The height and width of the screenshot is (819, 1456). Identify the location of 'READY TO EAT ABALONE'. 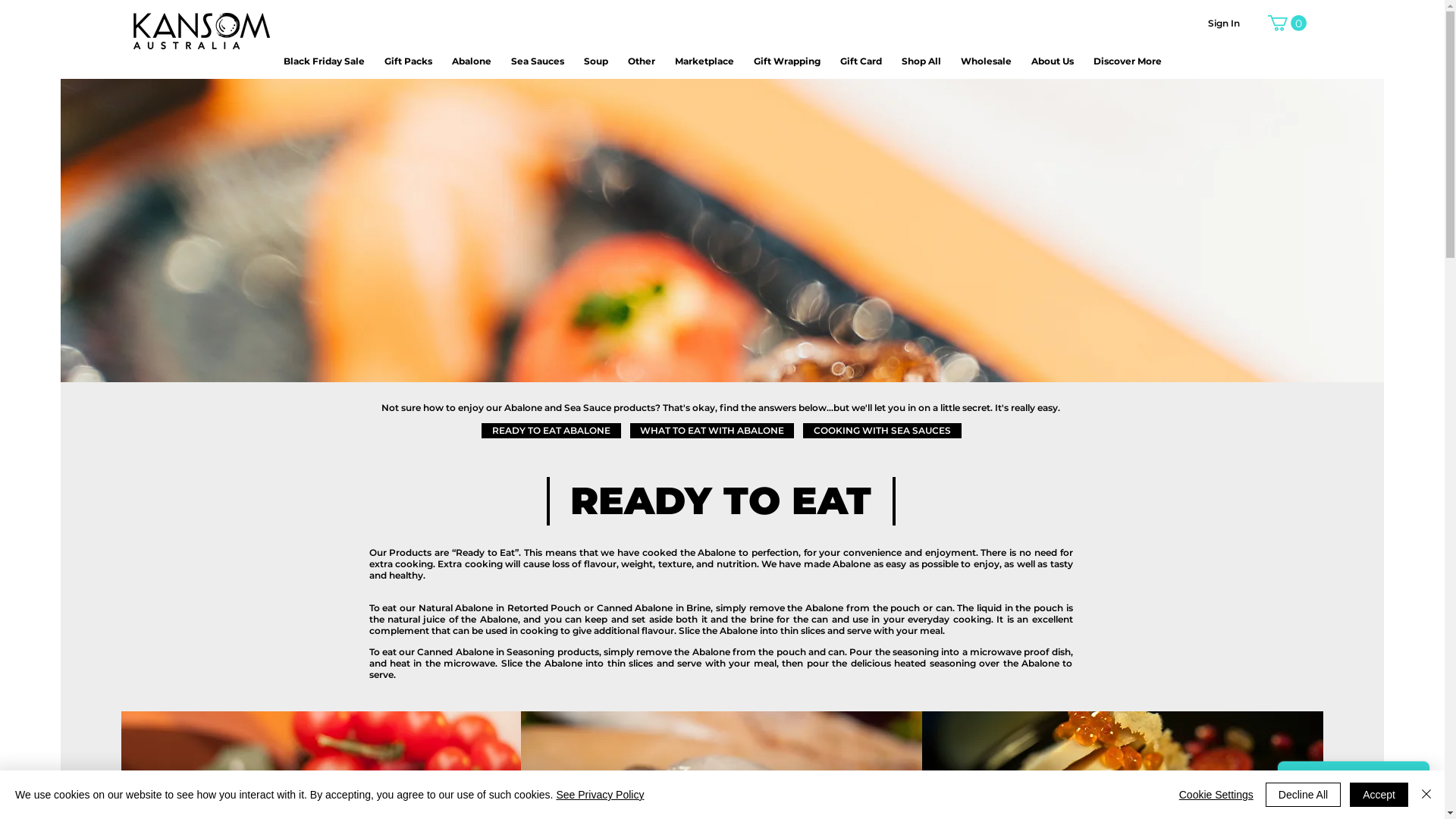
(549, 430).